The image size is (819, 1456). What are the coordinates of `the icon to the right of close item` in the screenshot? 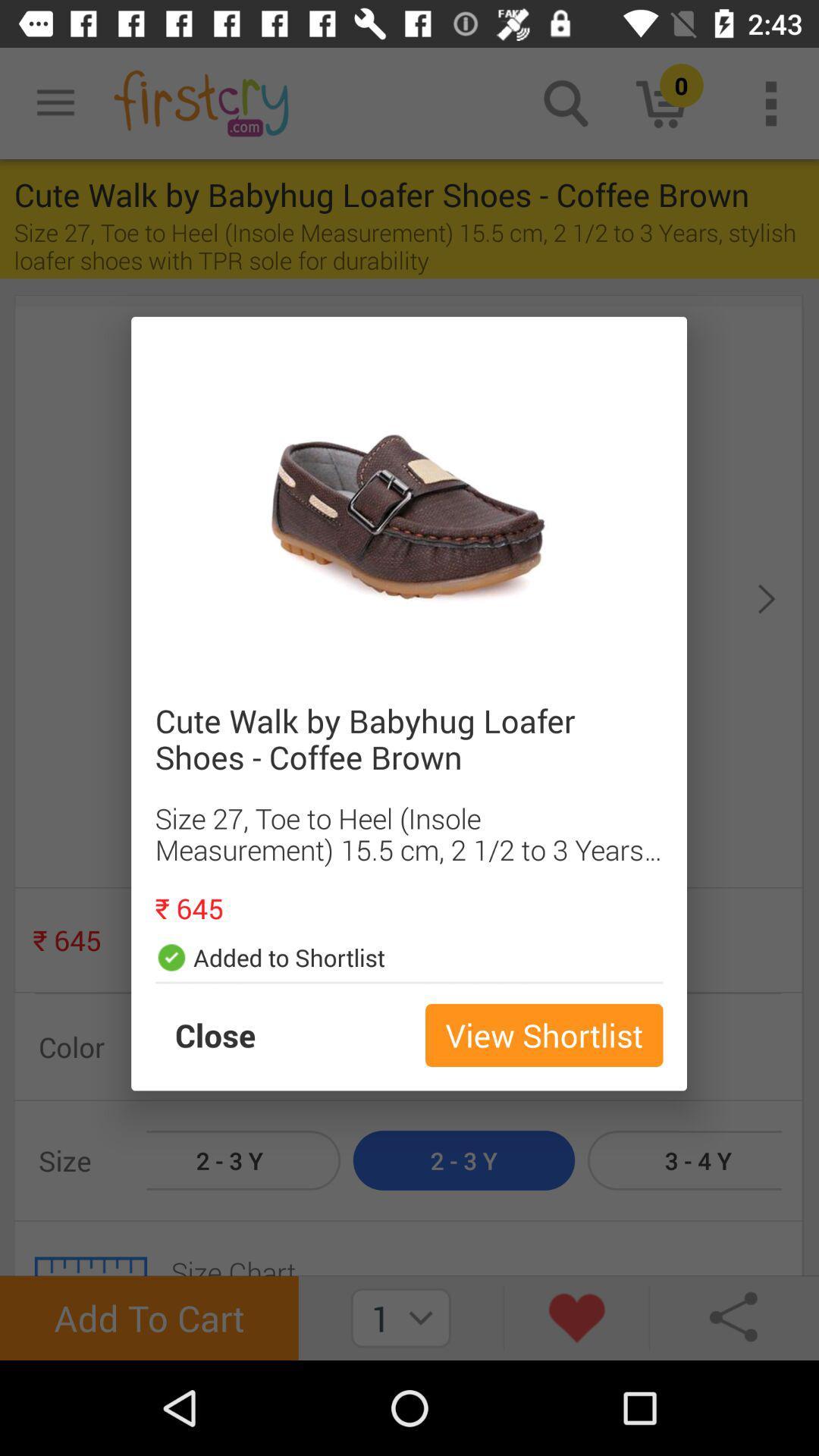 It's located at (543, 1034).